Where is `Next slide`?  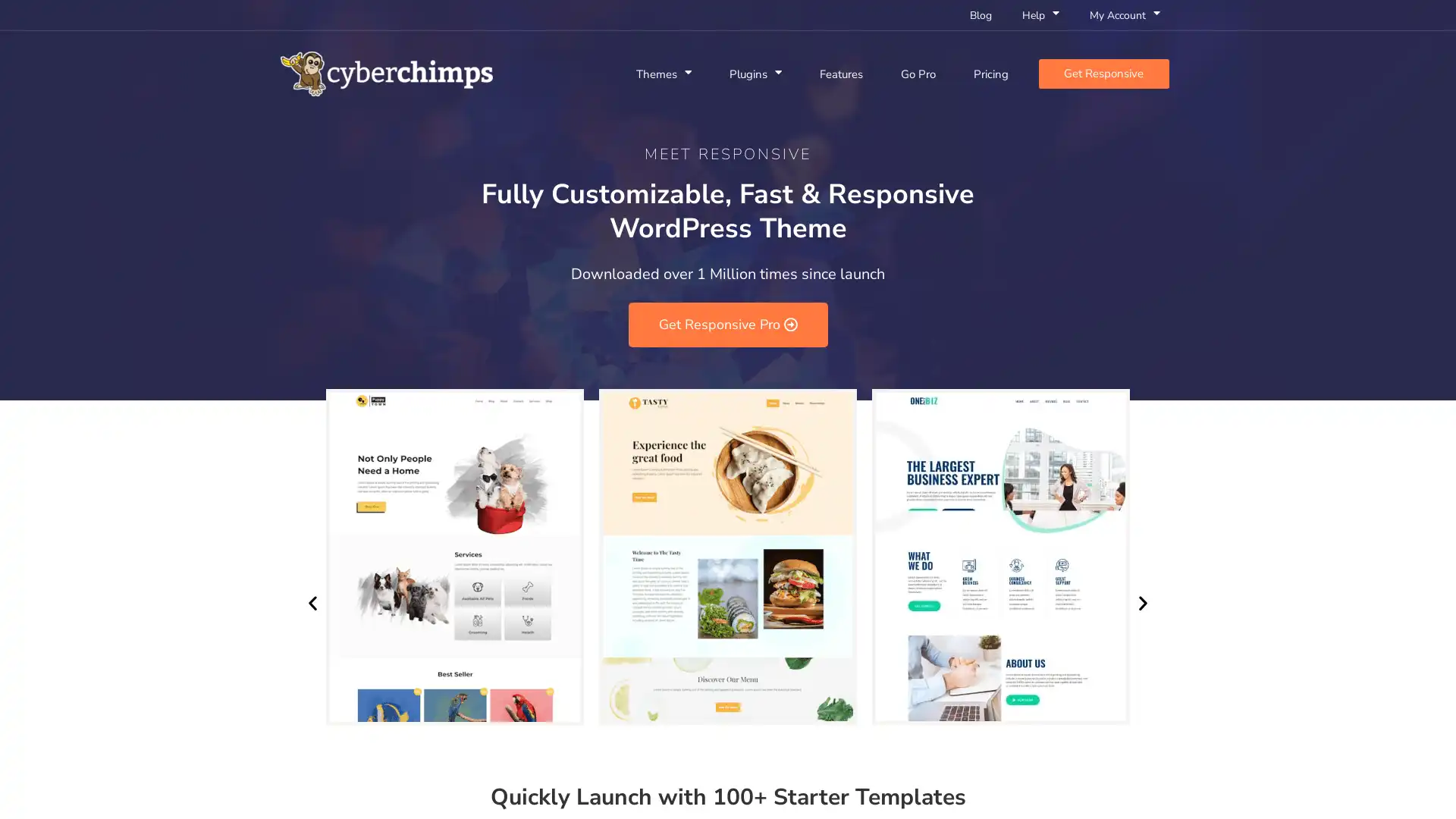 Next slide is located at coordinates (1143, 601).